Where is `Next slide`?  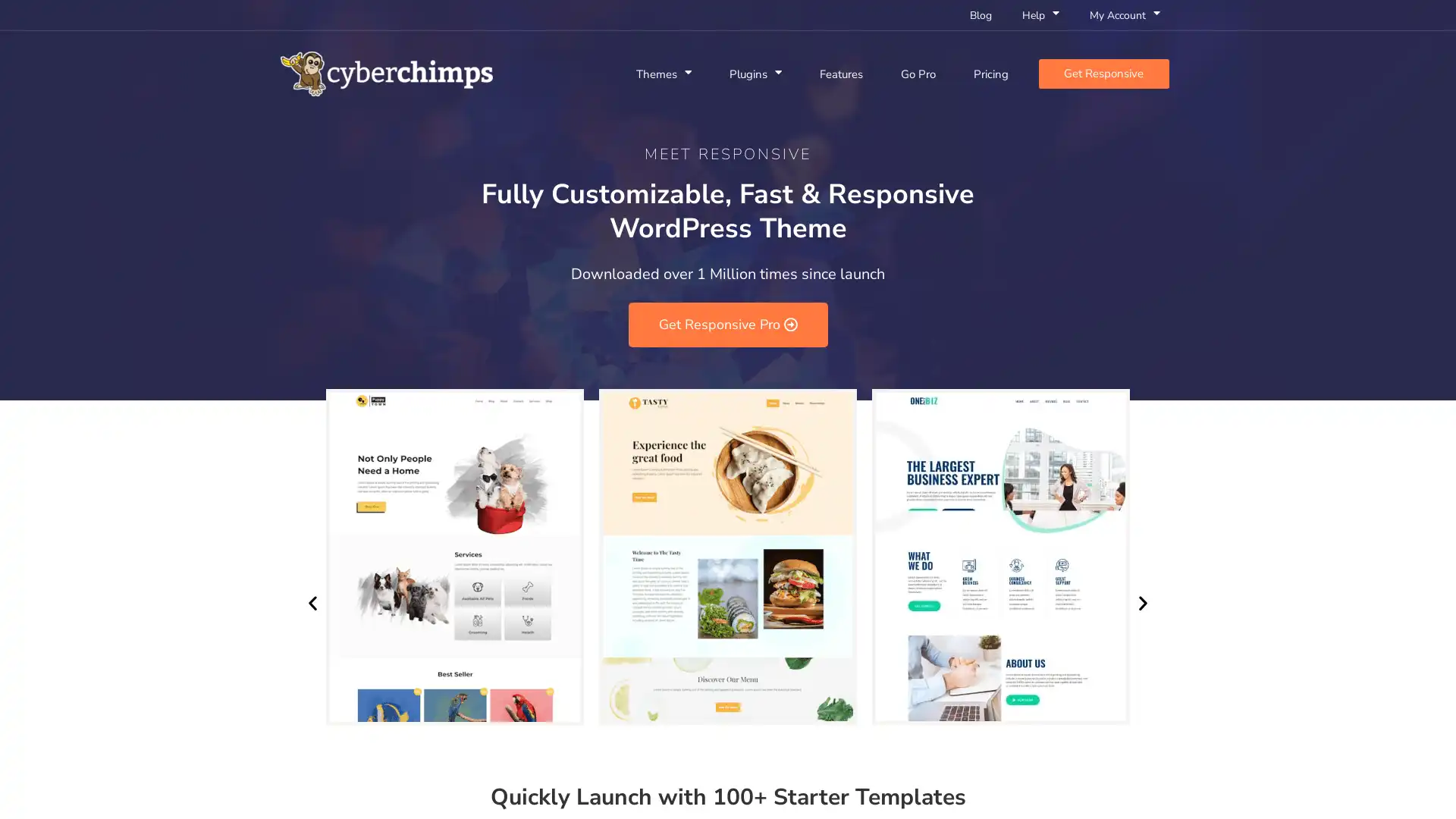 Next slide is located at coordinates (1143, 601).